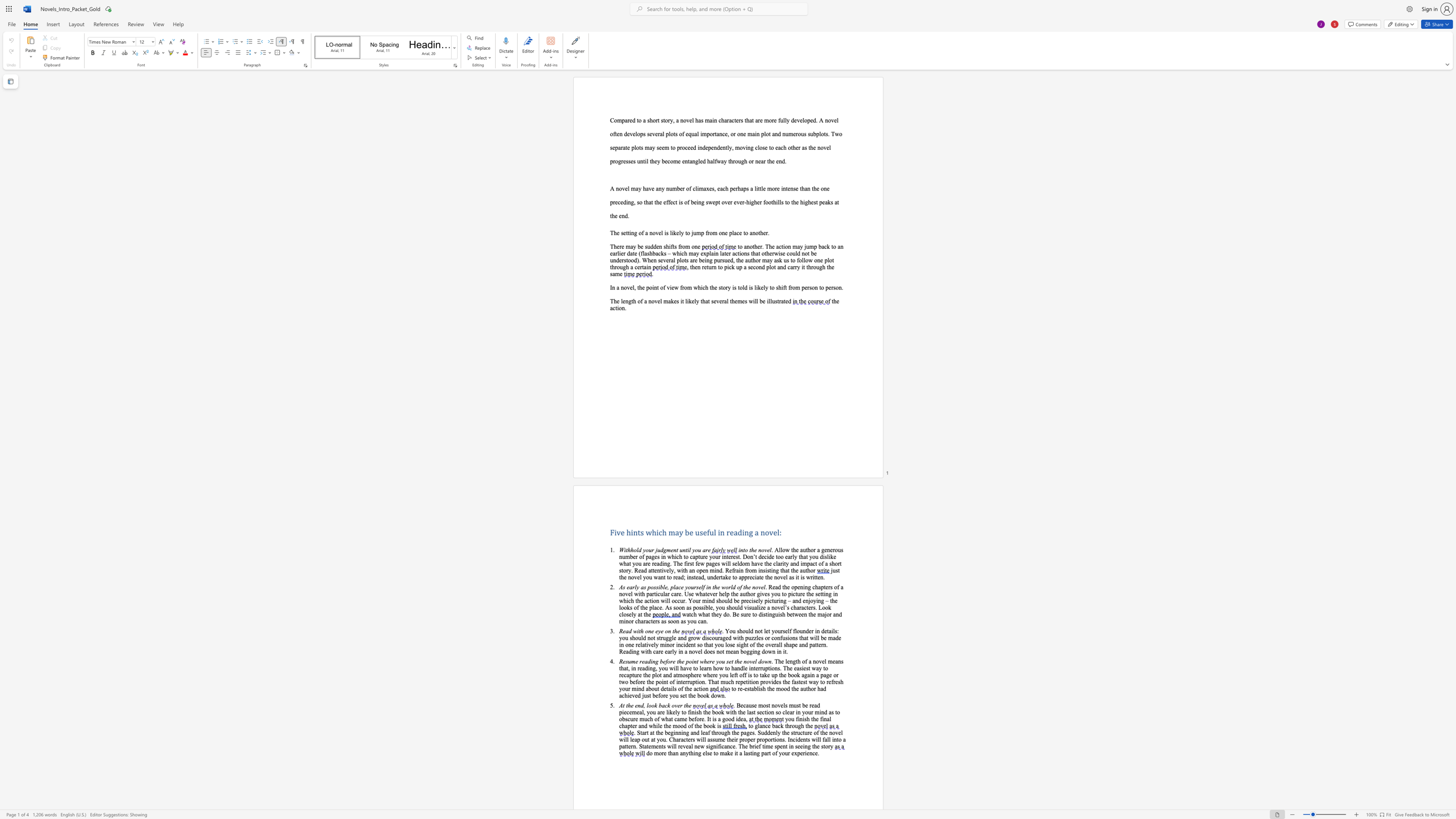  What do you see at coordinates (701, 587) in the screenshot?
I see `the subset text "lf in the worl" within the text "As early as possible, place yourself in the world of the novel"` at bounding box center [701, 587].